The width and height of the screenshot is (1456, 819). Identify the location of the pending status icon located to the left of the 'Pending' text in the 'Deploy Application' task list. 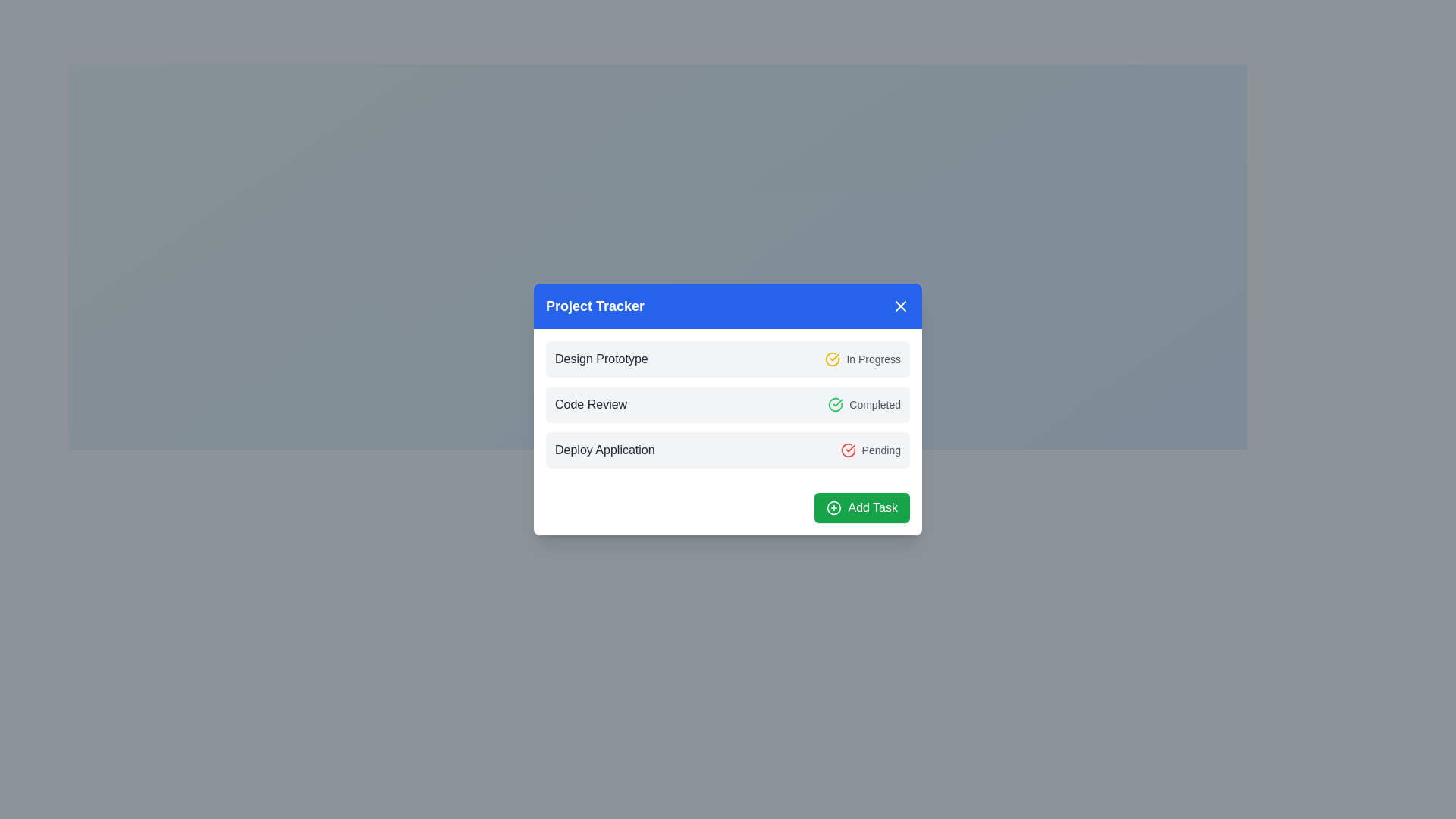
(847, 450).